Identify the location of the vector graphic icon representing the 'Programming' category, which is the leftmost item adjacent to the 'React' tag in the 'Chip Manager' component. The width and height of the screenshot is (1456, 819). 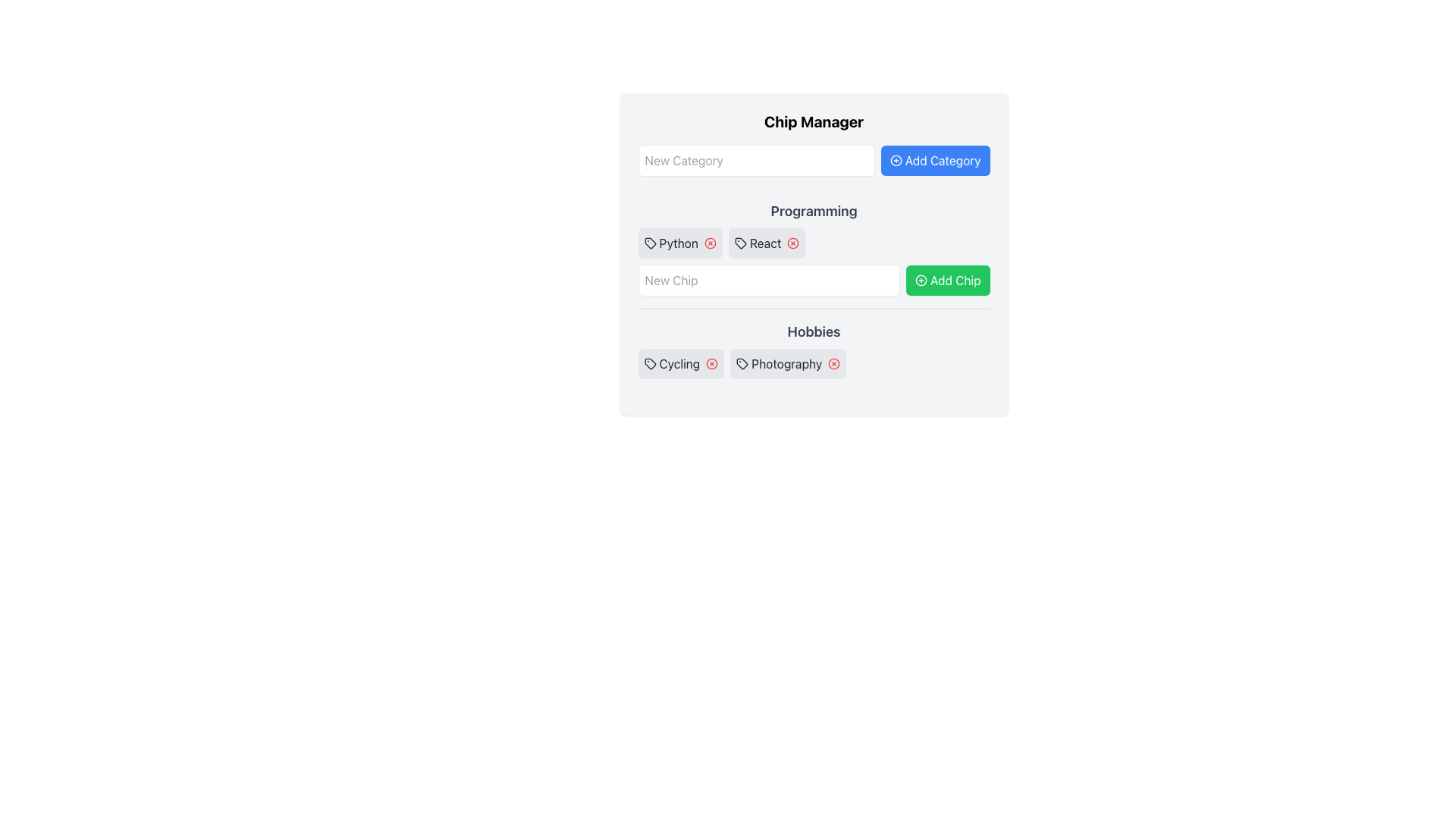
(650, 242).